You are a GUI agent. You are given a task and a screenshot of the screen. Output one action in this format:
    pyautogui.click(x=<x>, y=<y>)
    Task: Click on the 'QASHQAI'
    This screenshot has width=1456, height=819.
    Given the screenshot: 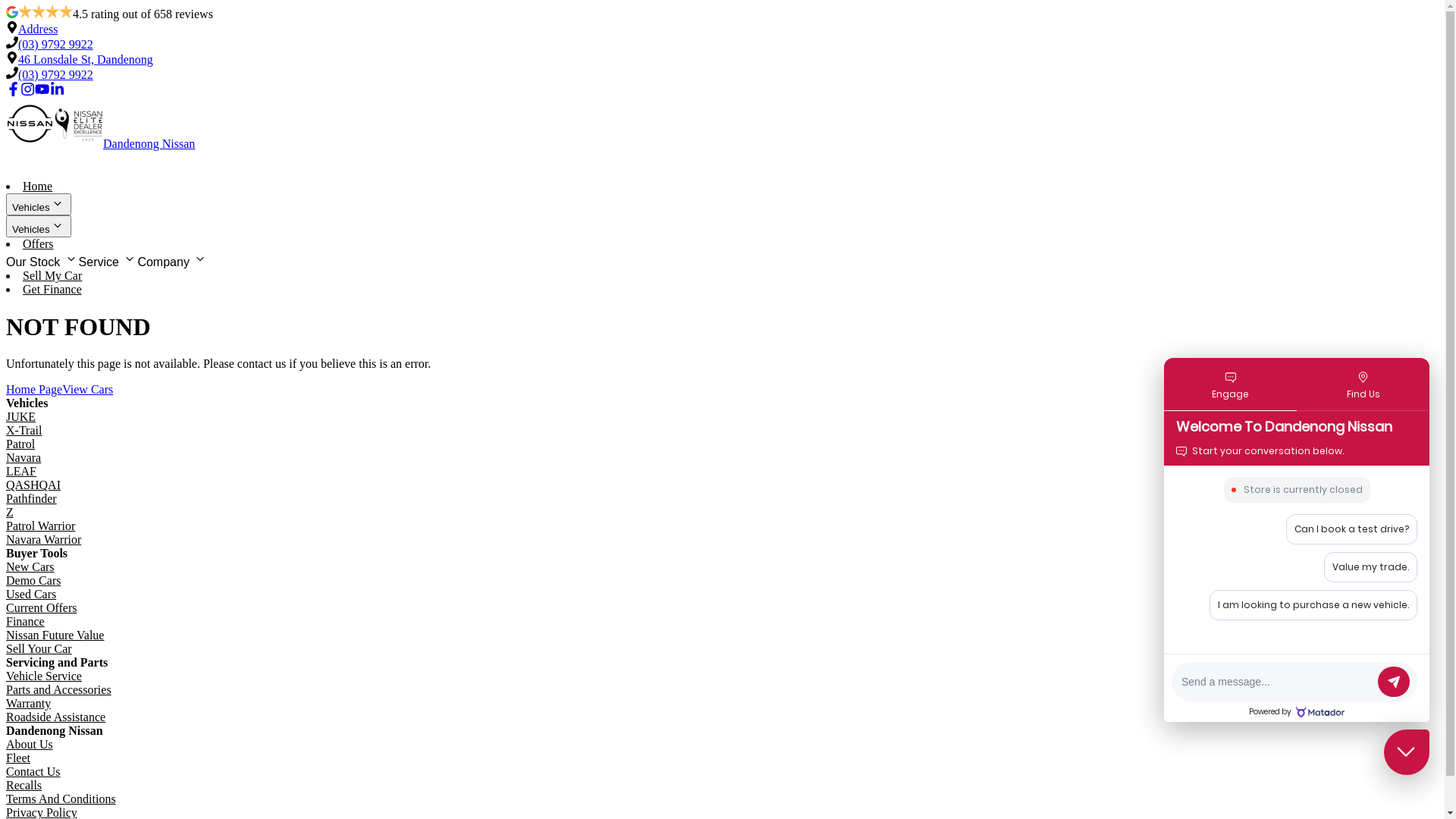 What is the action you would take?
    pyautogui.click(x=33, y=485)
    